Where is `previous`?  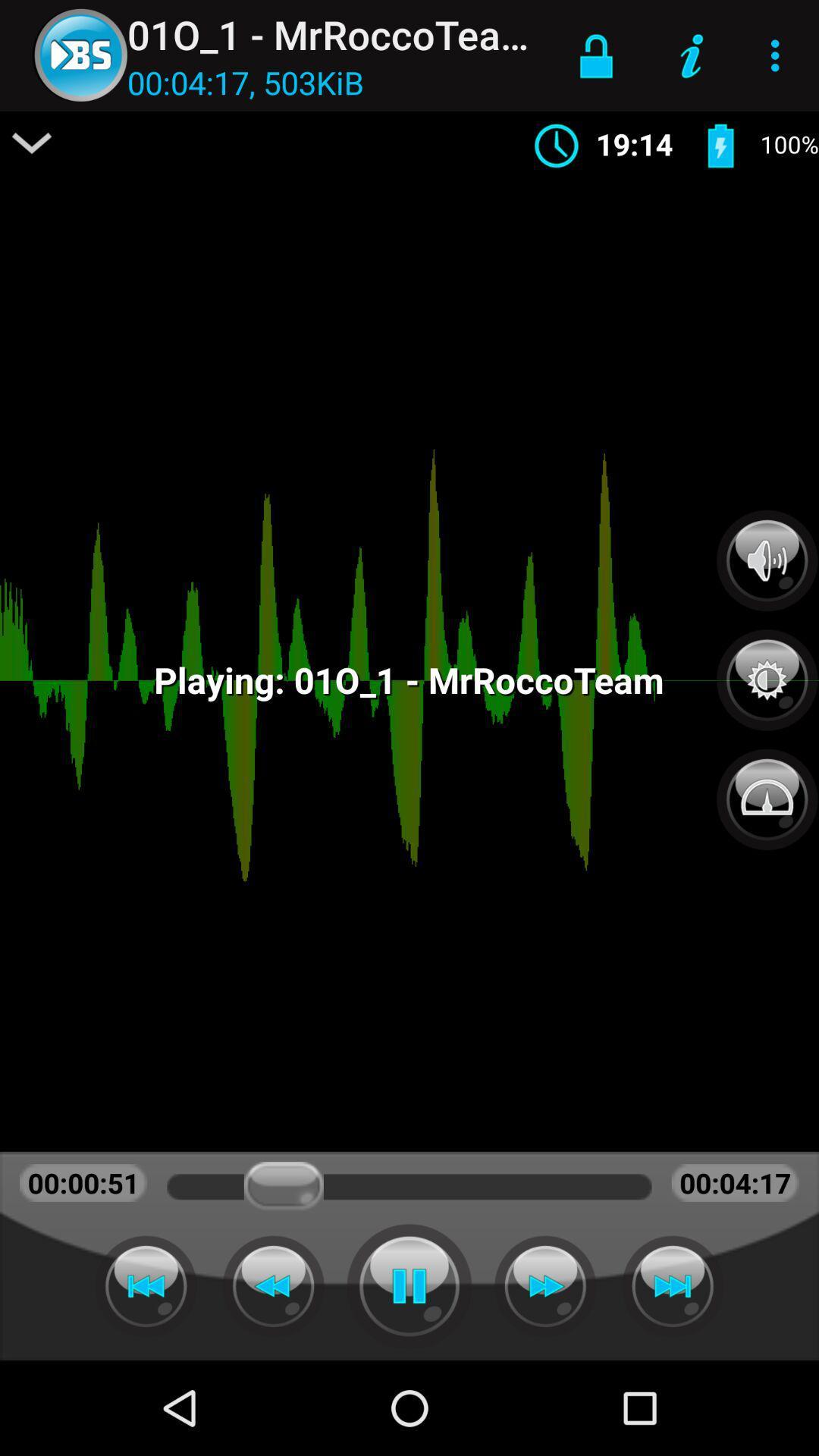
previous is located at coordinates (146, 1285).